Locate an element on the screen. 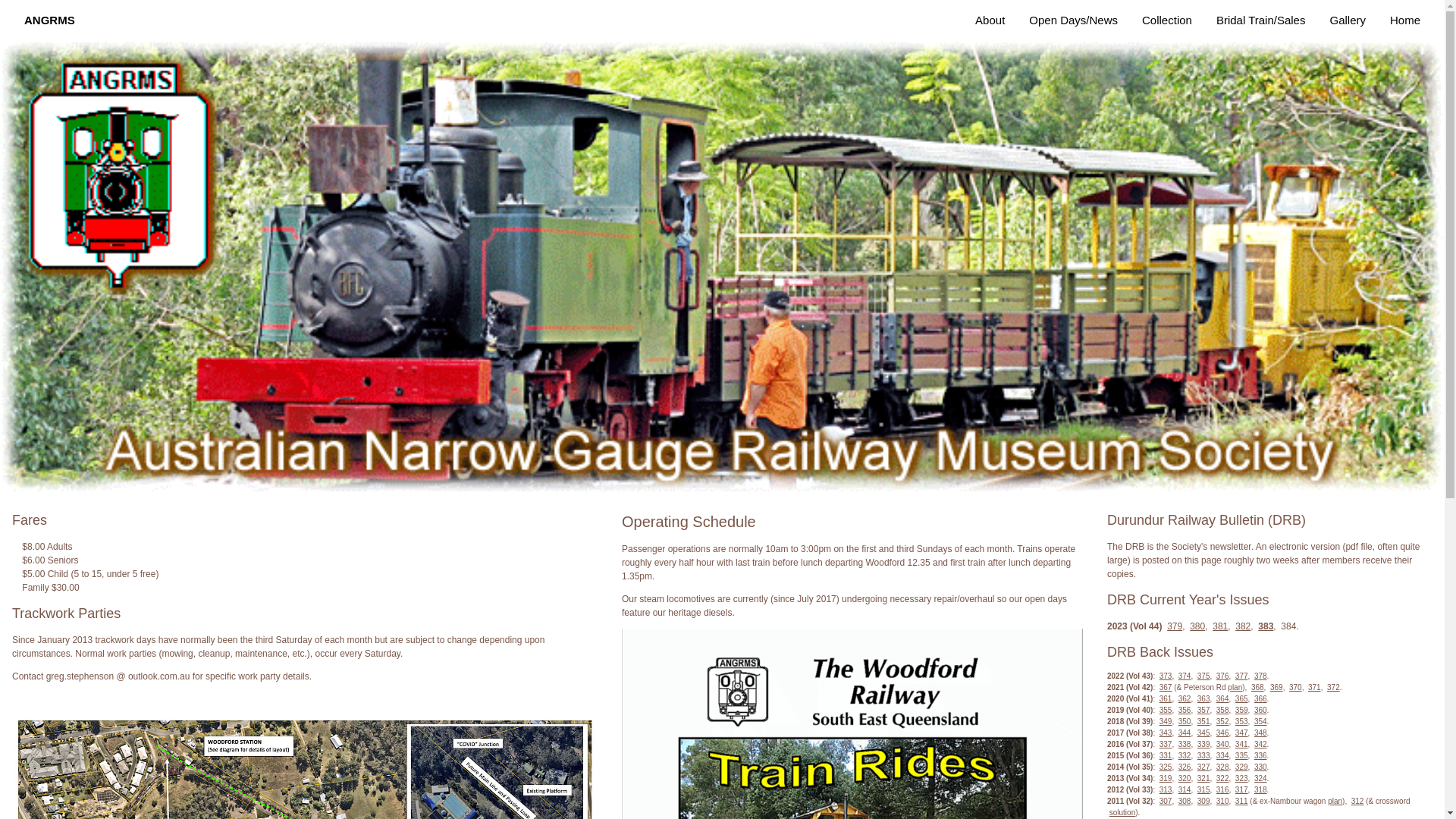 The image size is (1456, 819). '370' is located at coordinates (1288, 687).